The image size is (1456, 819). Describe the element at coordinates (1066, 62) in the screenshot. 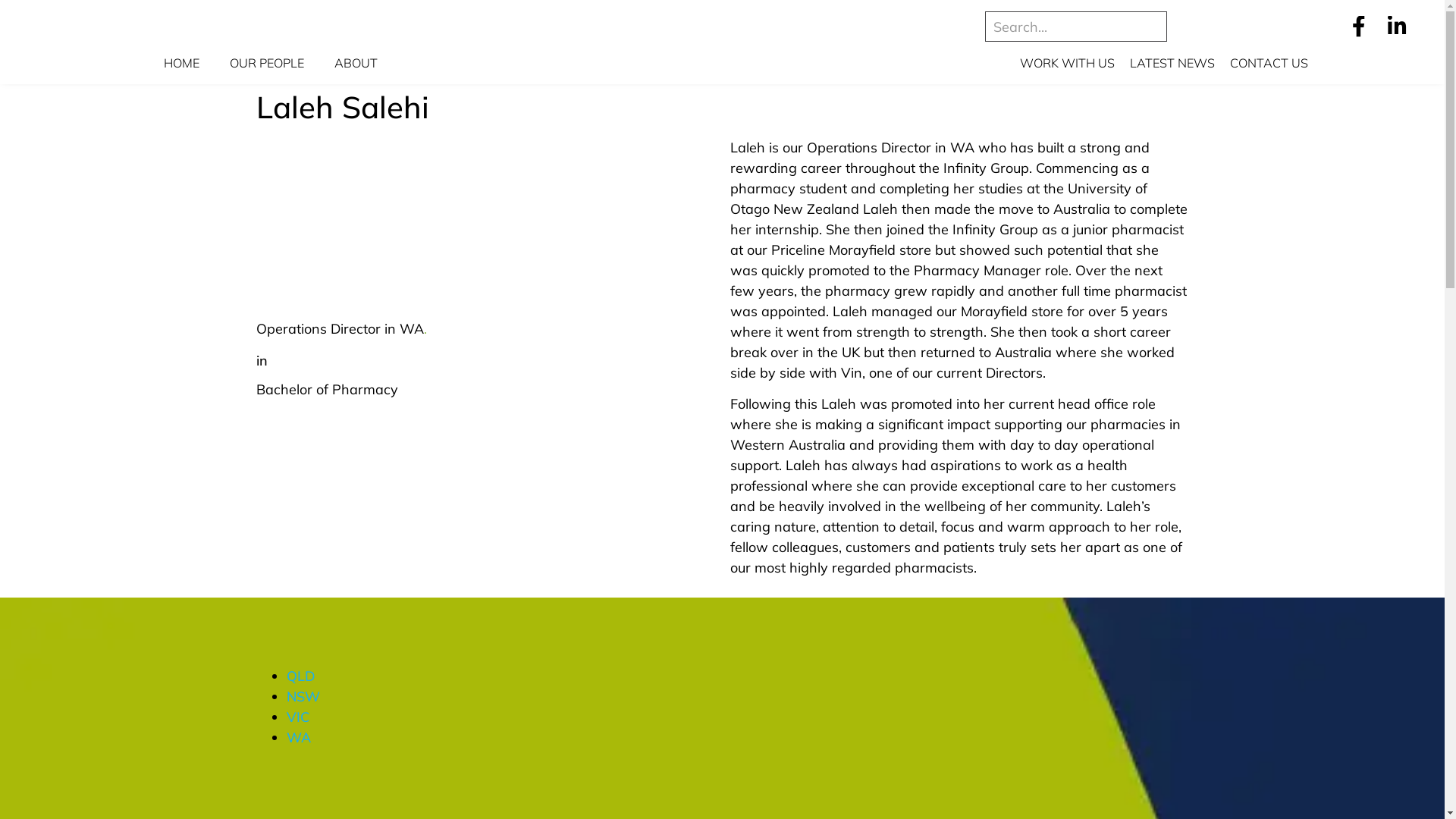

I see `'WORK WITH US'` at that location.